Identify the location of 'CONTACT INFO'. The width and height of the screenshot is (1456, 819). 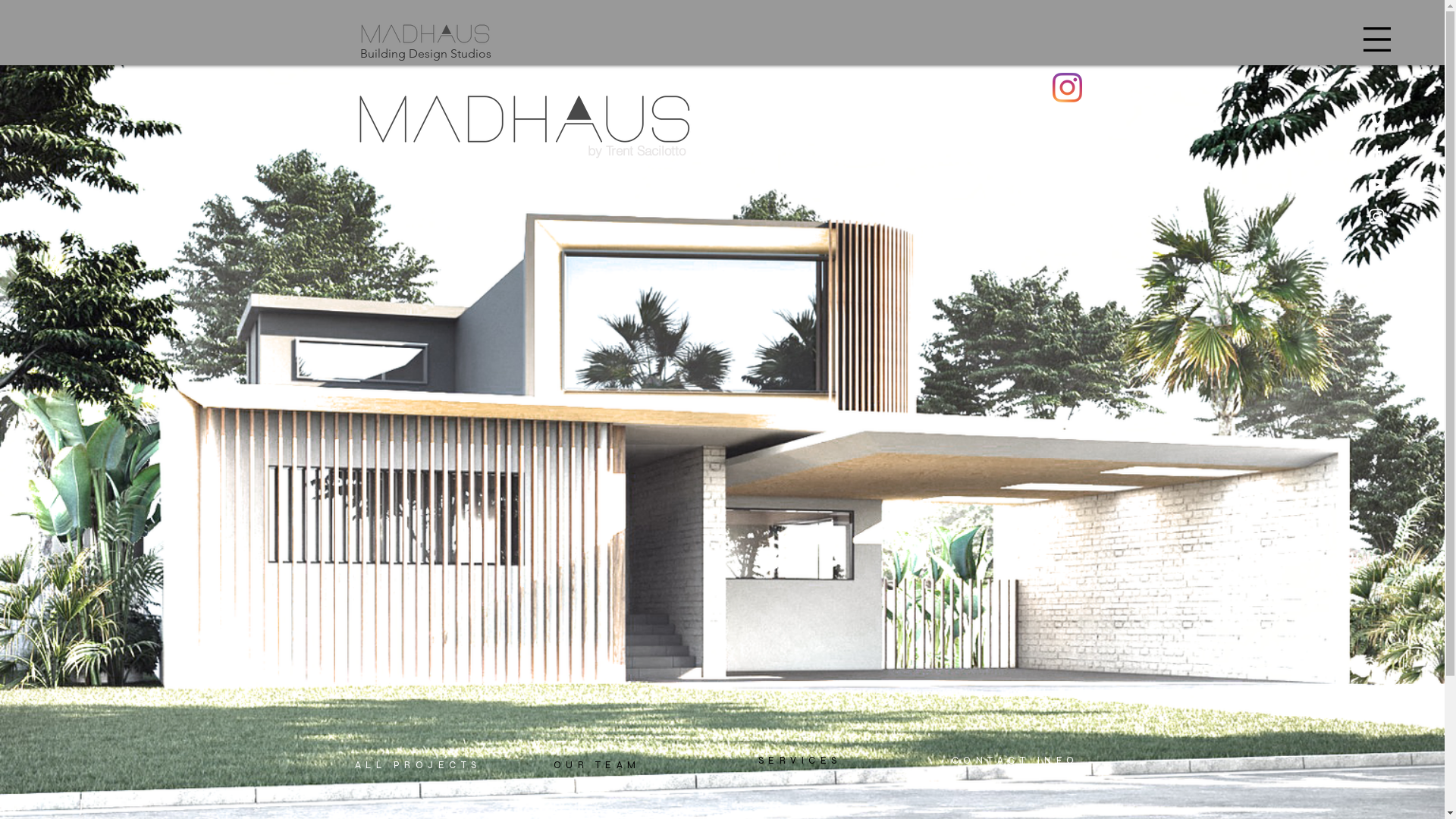
(1015, 760).